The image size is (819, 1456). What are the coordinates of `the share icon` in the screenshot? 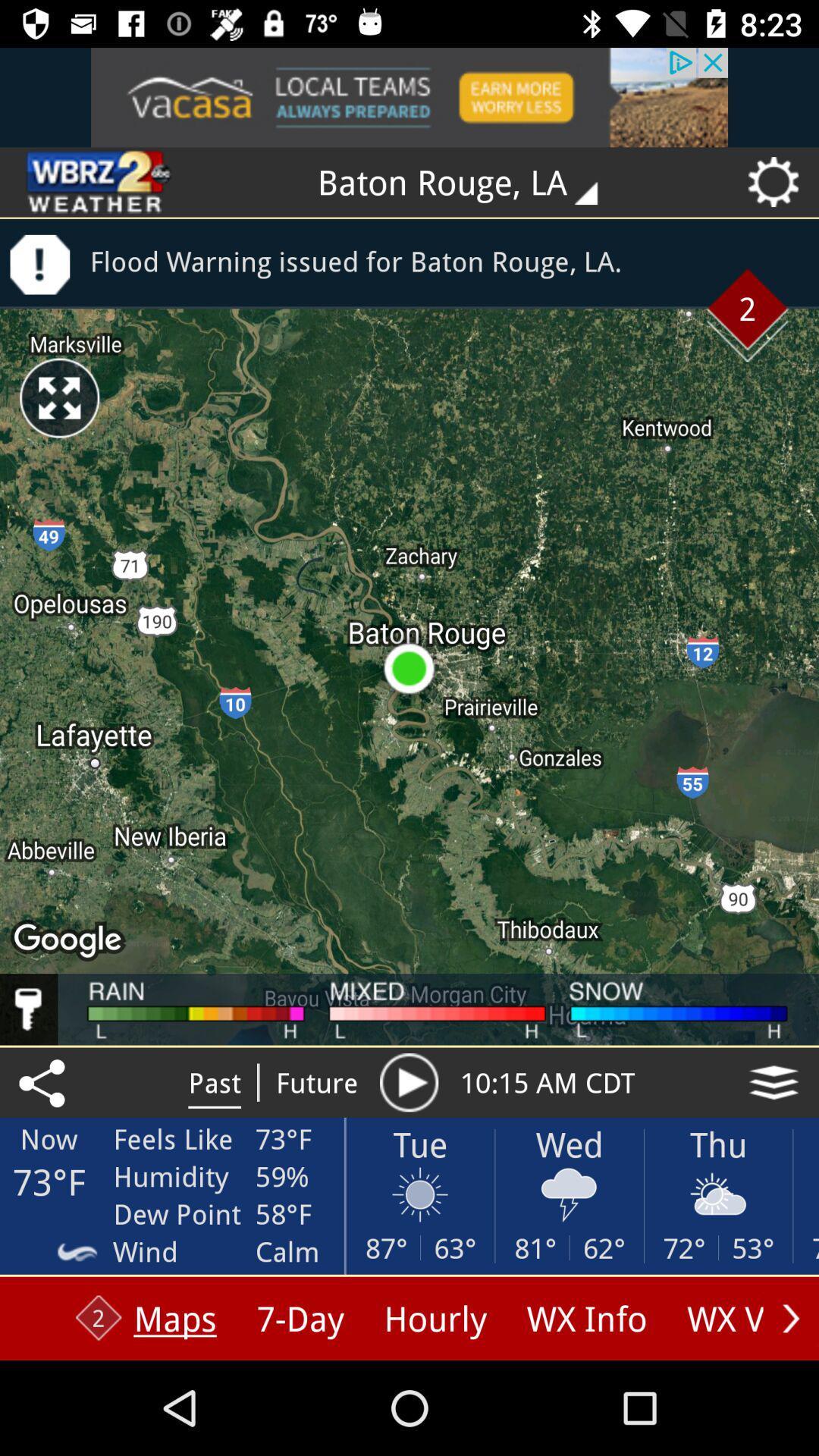 It's located at (44, 1081).